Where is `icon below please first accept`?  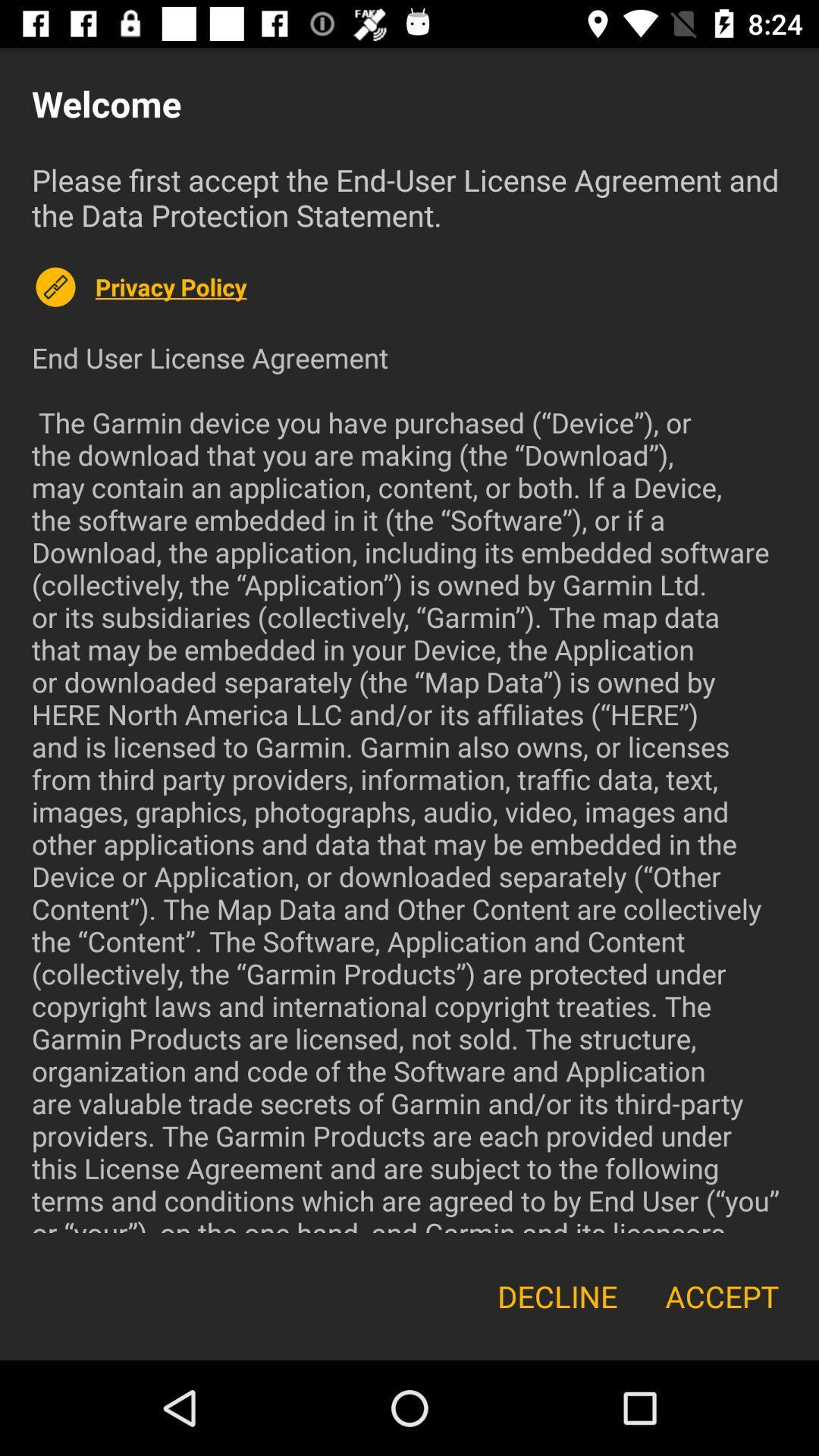 icon below please first accept is located at coordinates (441, 287).